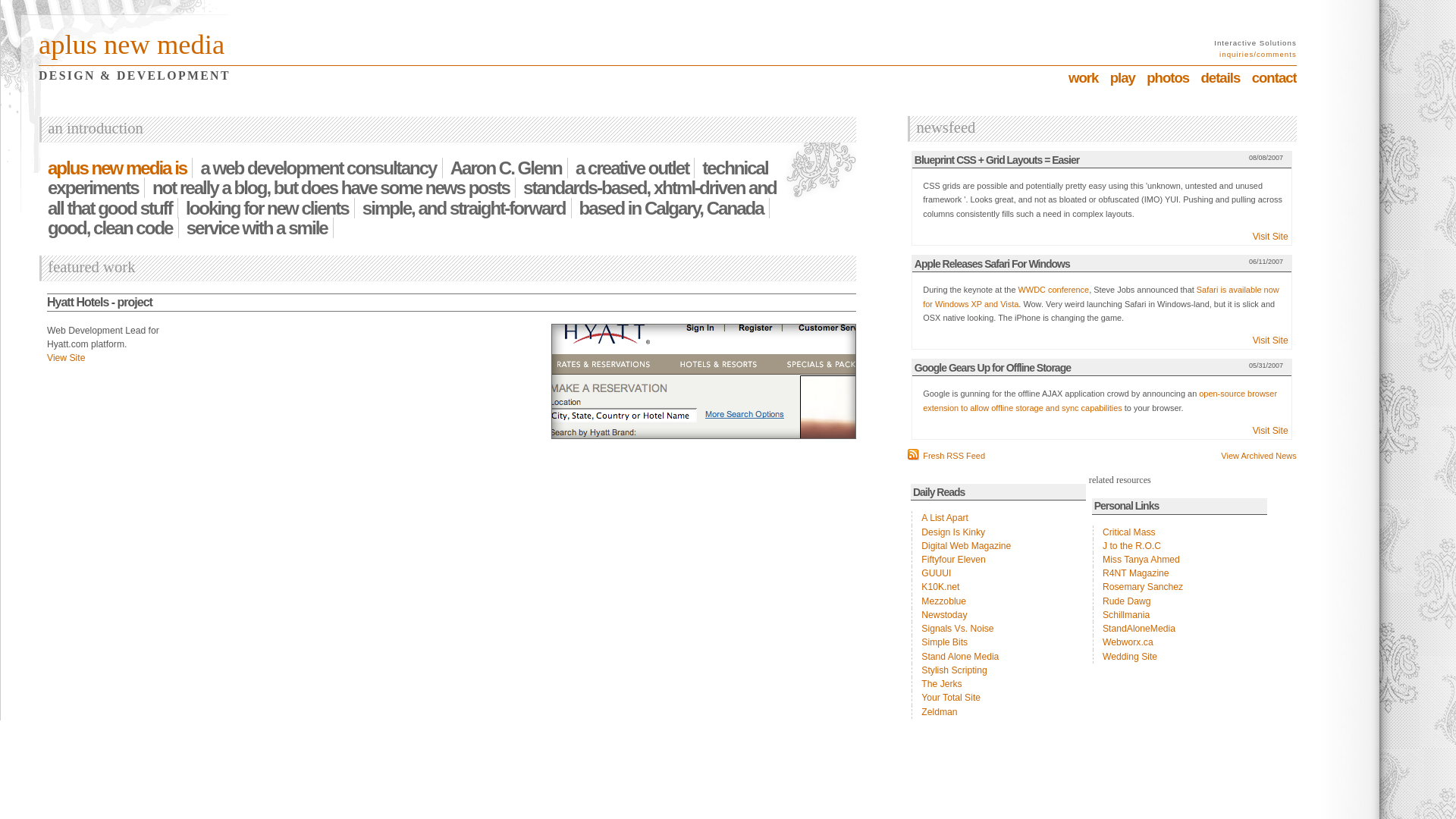 This screenshot has width=1456, height=819. I want to click on 'contact', so click(1274, 77).